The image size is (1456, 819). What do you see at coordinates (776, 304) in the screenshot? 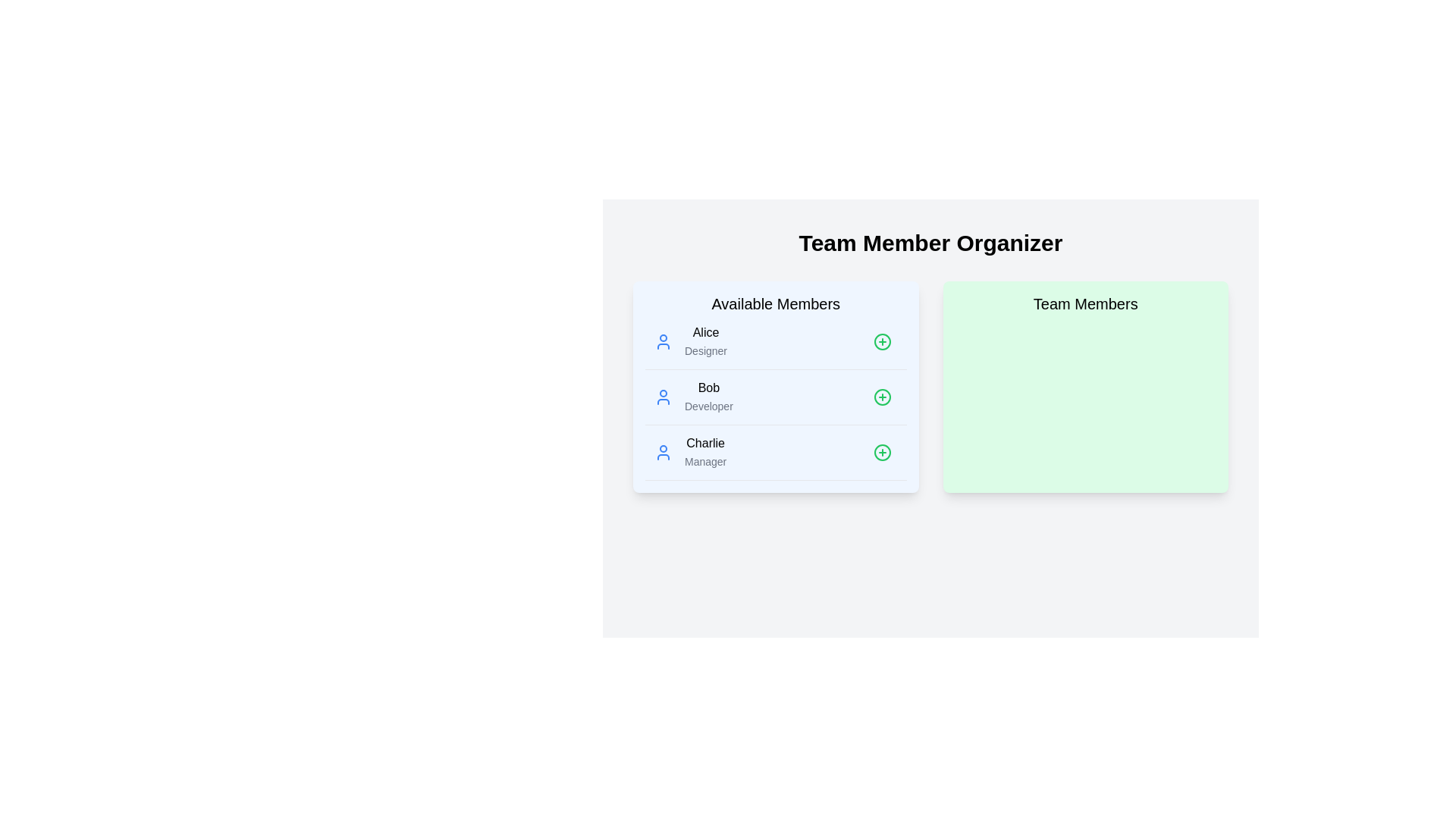
I see `the static text label that indicates the title for the 'Available Members' list, positioned at the top left within a light blue background card` at bounding box center [776, 304].